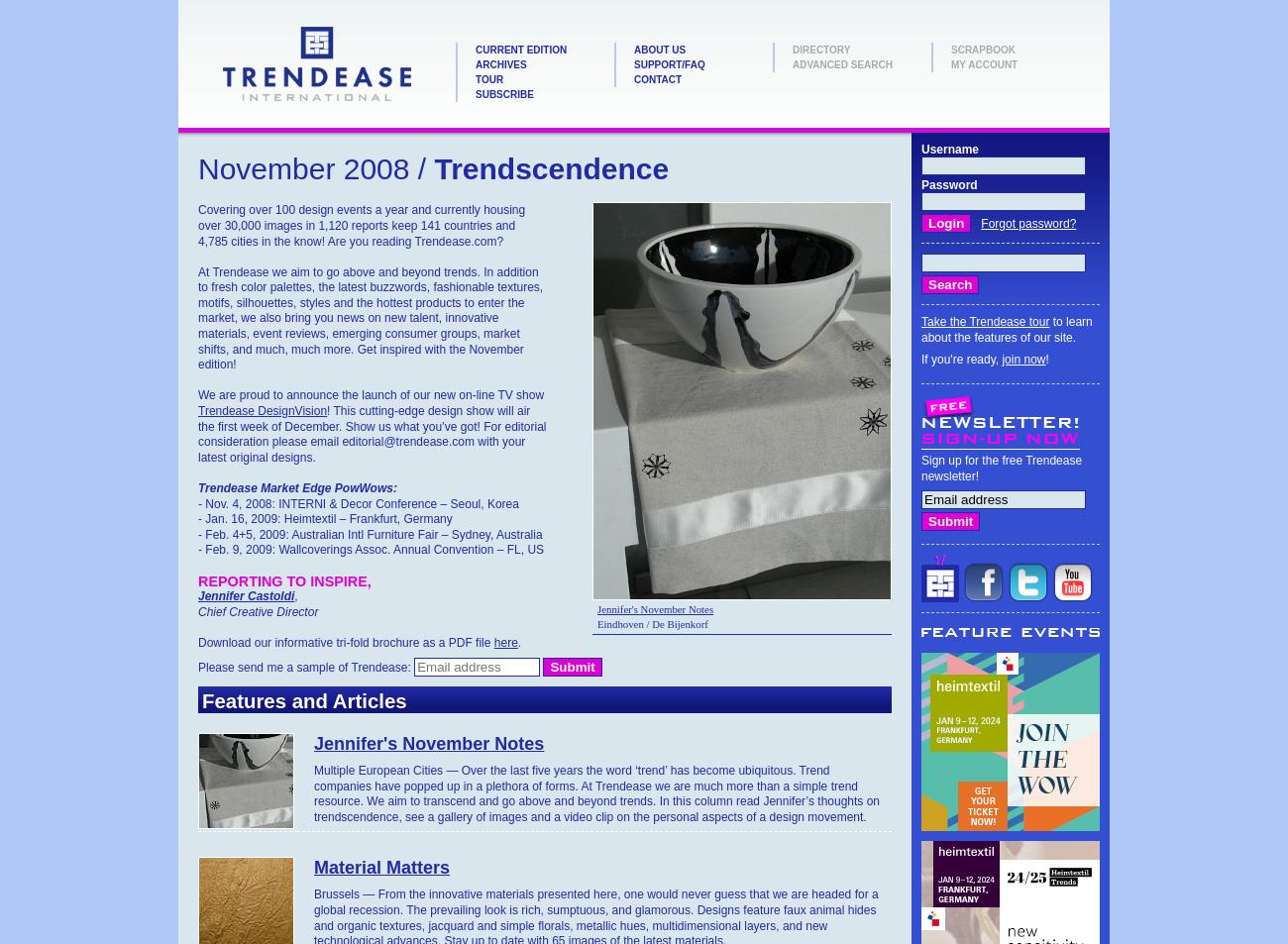  I want to click on '!', so click(1044, 358).